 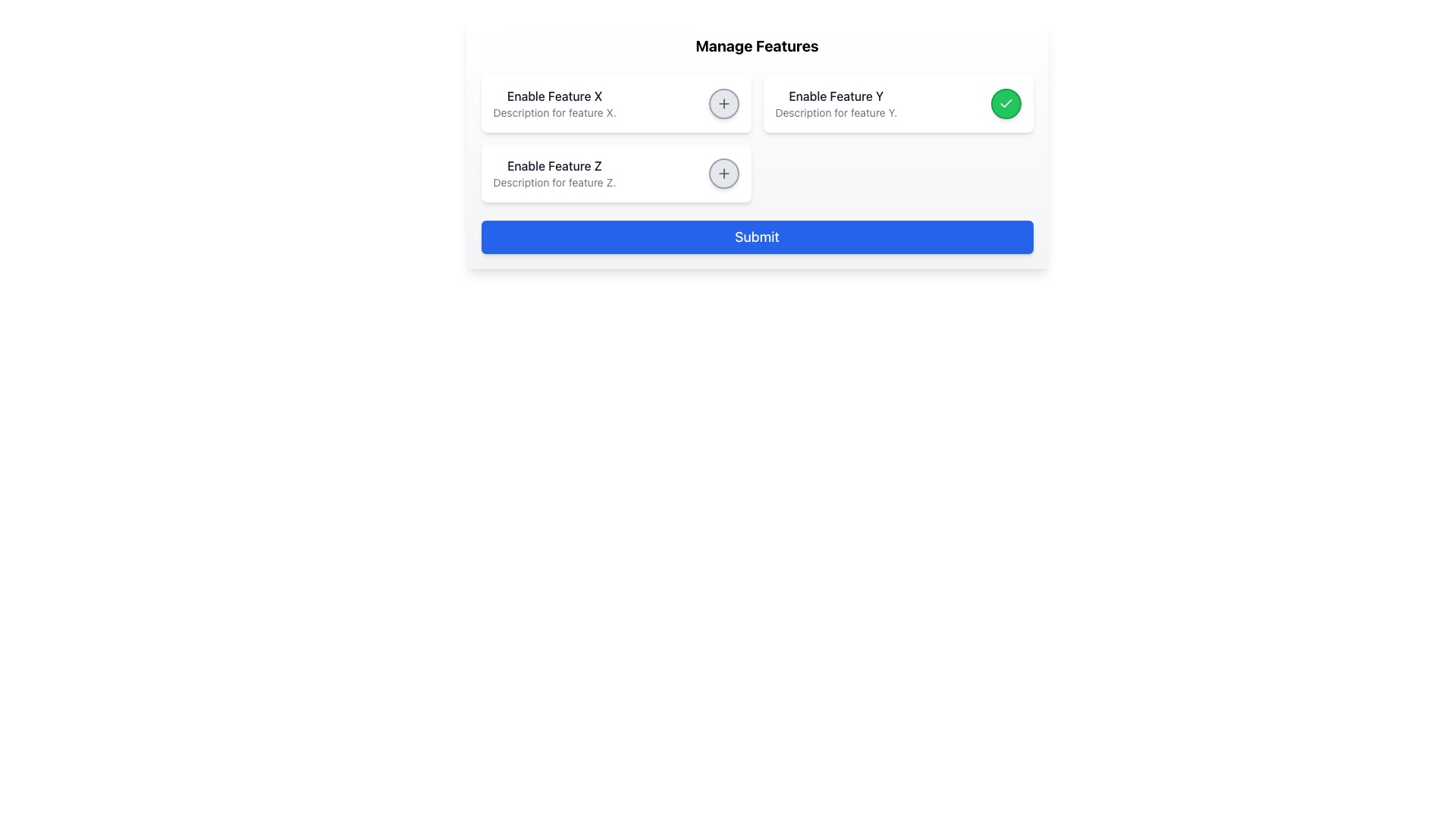 I want to click on the circular button with a gray background and a plus icon, located at the bottom-right corner of the 'Enable Feature Z' card to observe potential hover effects, so click(x=723, y=172).